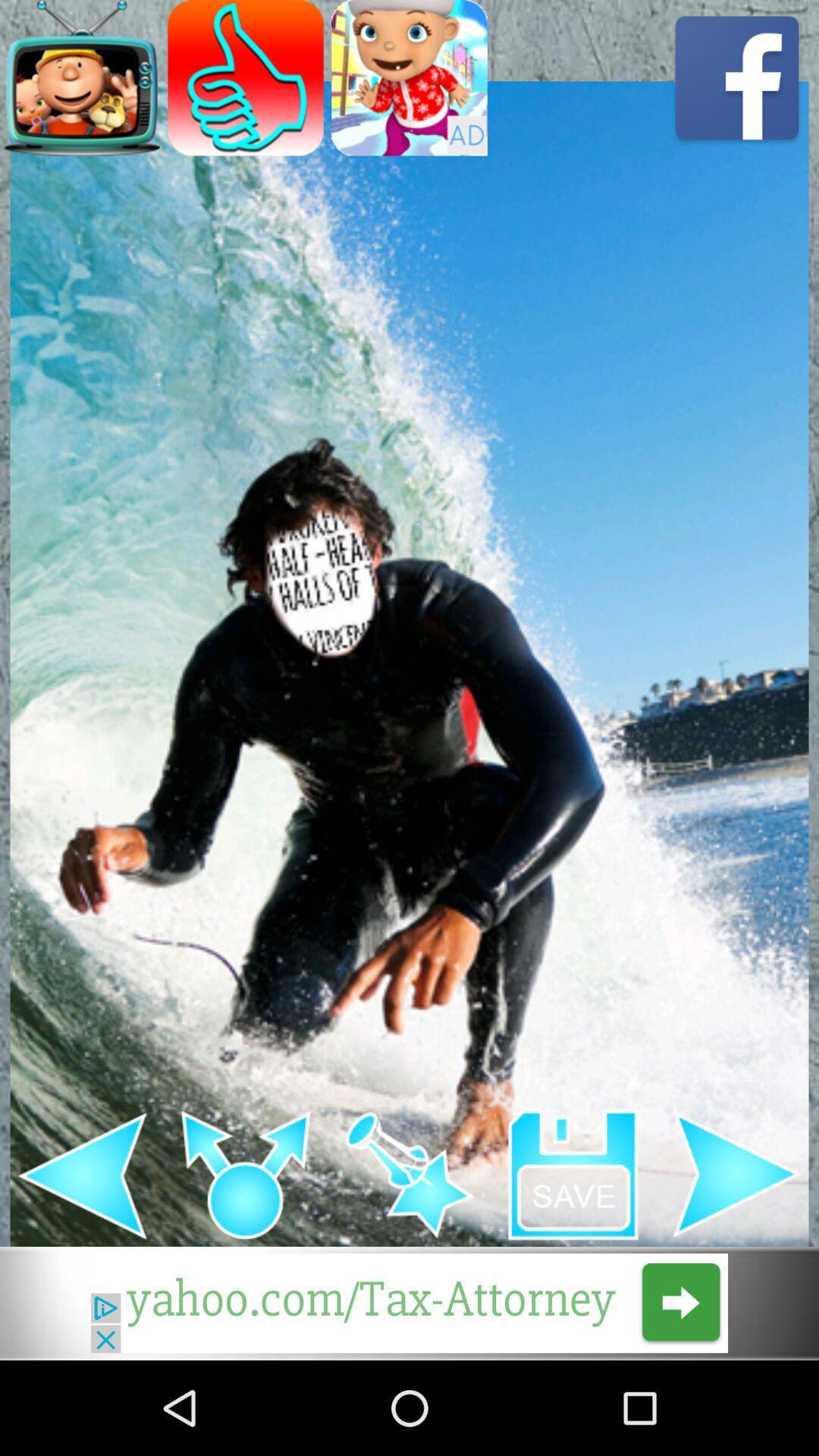  Describe the element at coordinates (245, 1257) in the screenshot. I see `the share icon` at that location.